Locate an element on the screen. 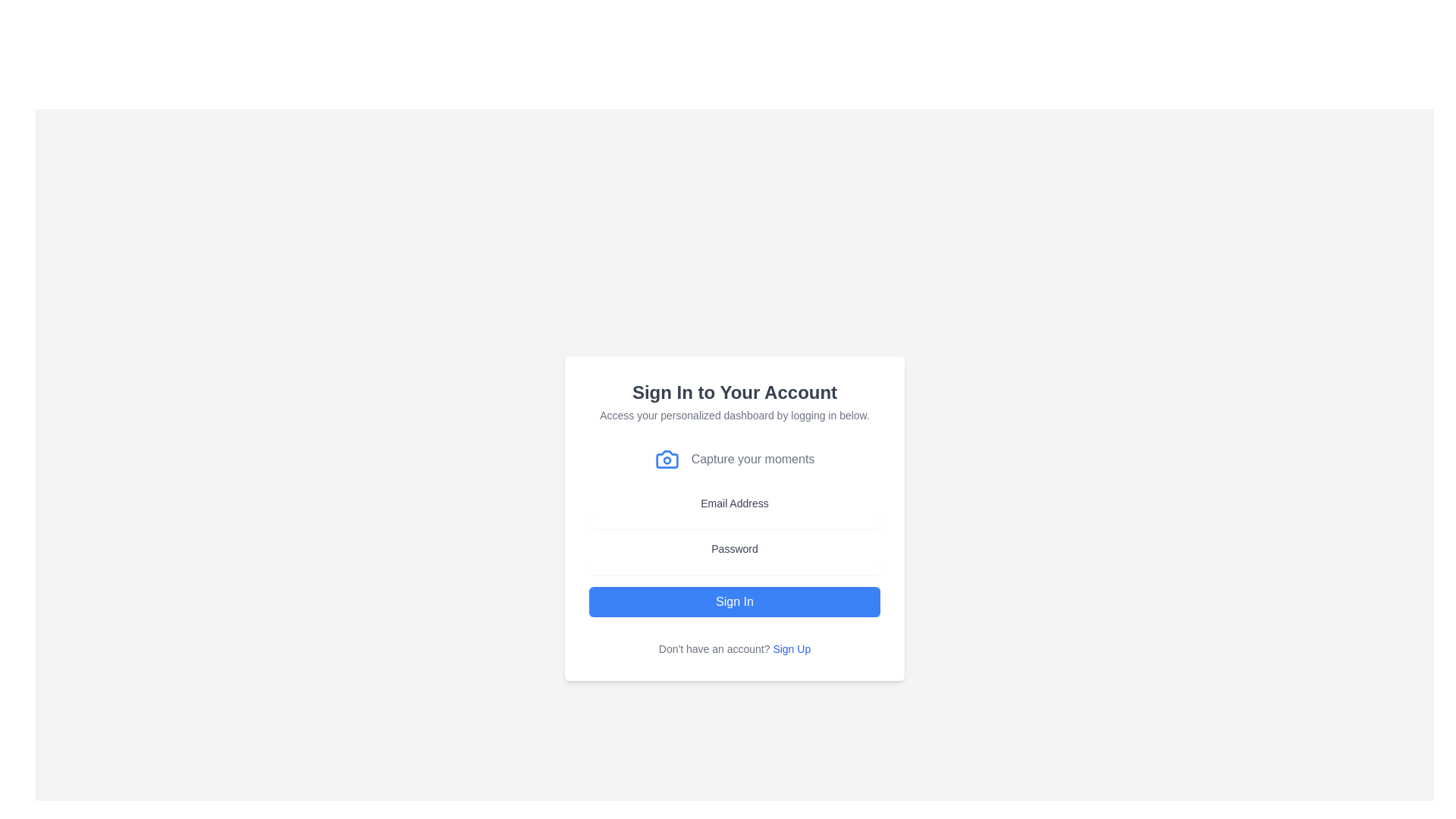 This screenshot has width=1456, height=819. the 'Sign Up' hyperlink in the text 'Don't have an account? Sign Up' to trigger the underline styling is located at coordinates (735, 648).